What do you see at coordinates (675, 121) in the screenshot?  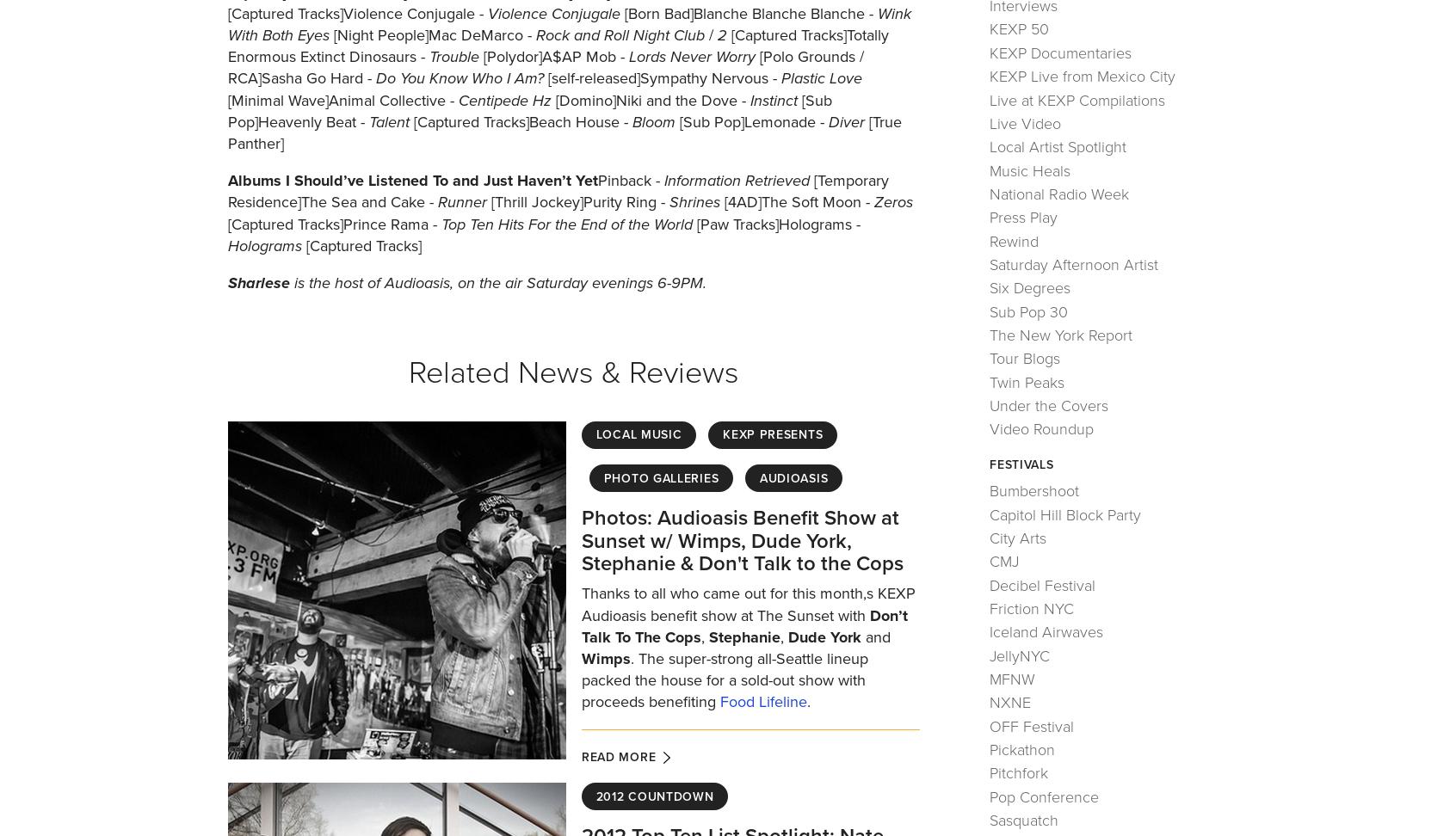 I see `'[Sub Pop]Lemonade -'` at bounding box center [675, 121].